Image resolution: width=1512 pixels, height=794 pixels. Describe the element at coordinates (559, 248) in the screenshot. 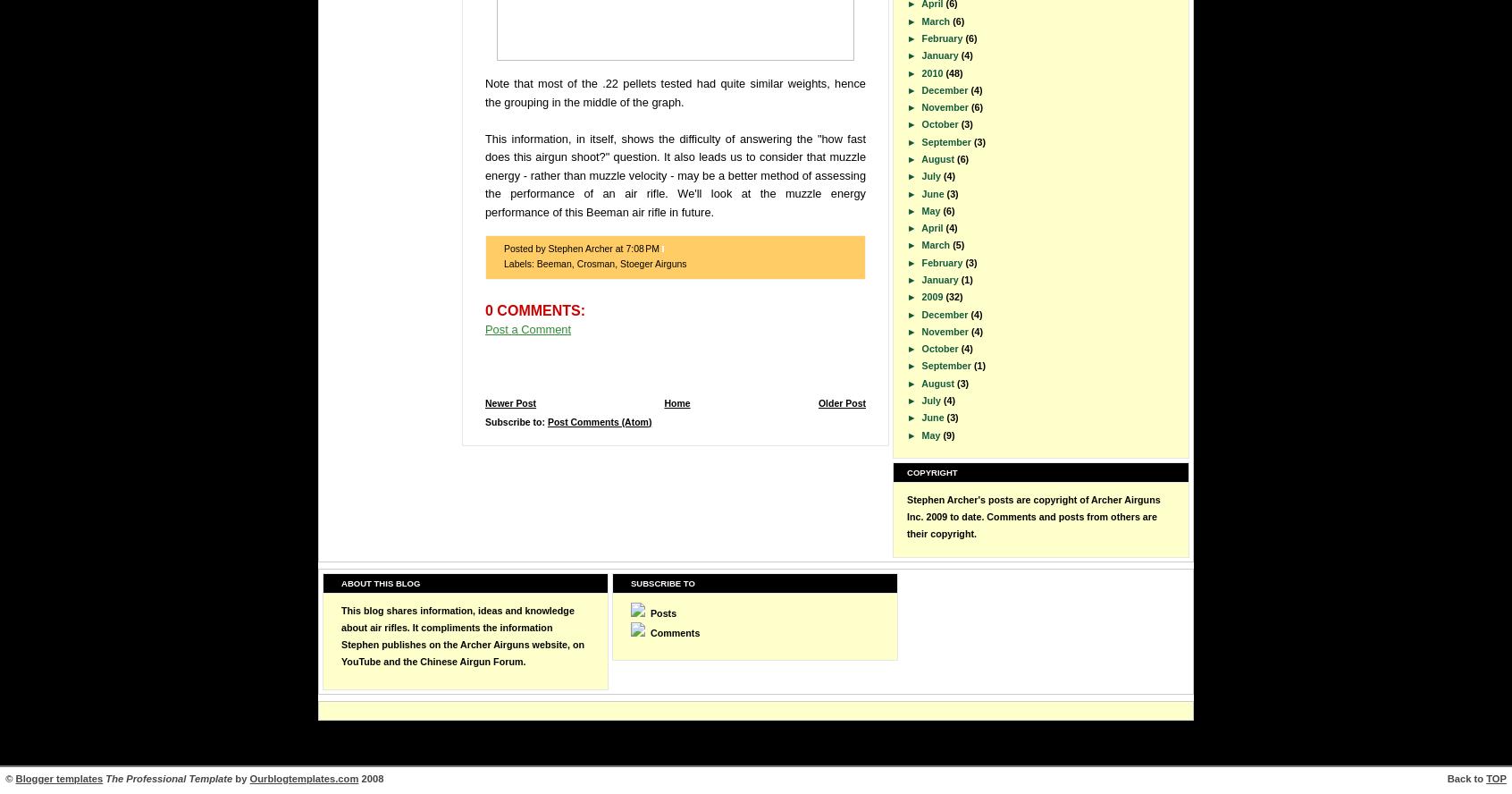

I see `'Posted by
Stephen Archer'` at that location.